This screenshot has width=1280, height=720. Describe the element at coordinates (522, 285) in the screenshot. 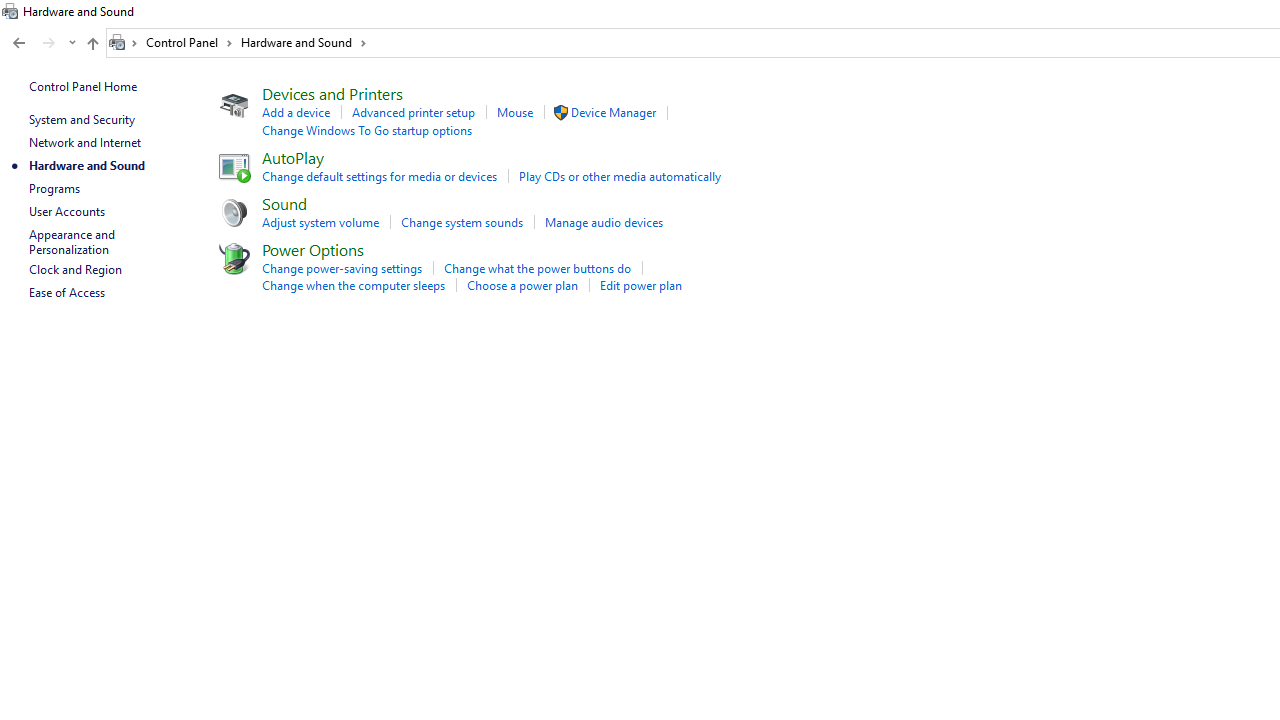

I see `'Choose a power plan'` at that location.